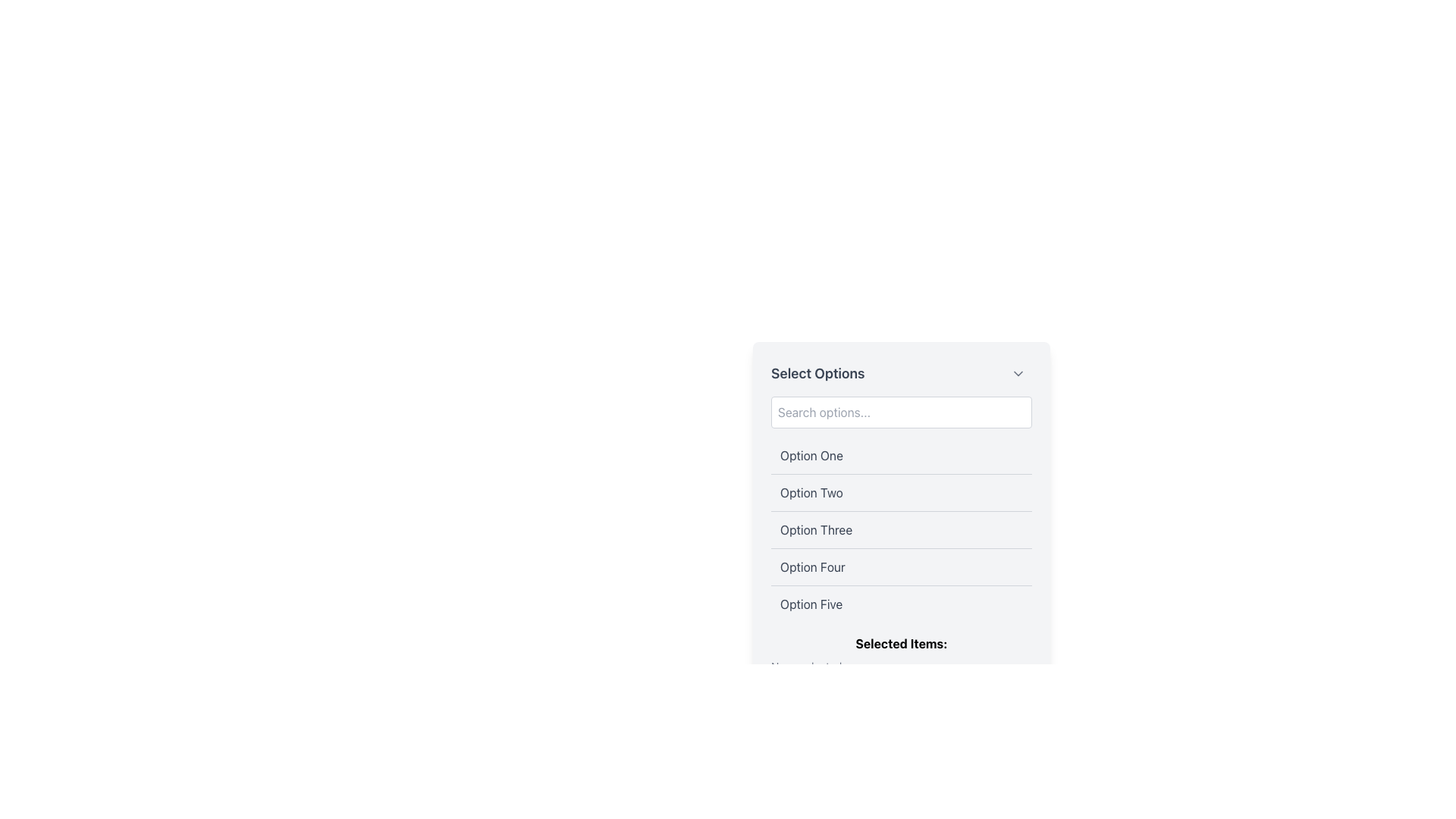 The width and height of the screenshot is (1456, 819). Describe the element at coordinates (902, 491) in the screenshot. I see `the List Item labeled 'Option Two'` at that location.